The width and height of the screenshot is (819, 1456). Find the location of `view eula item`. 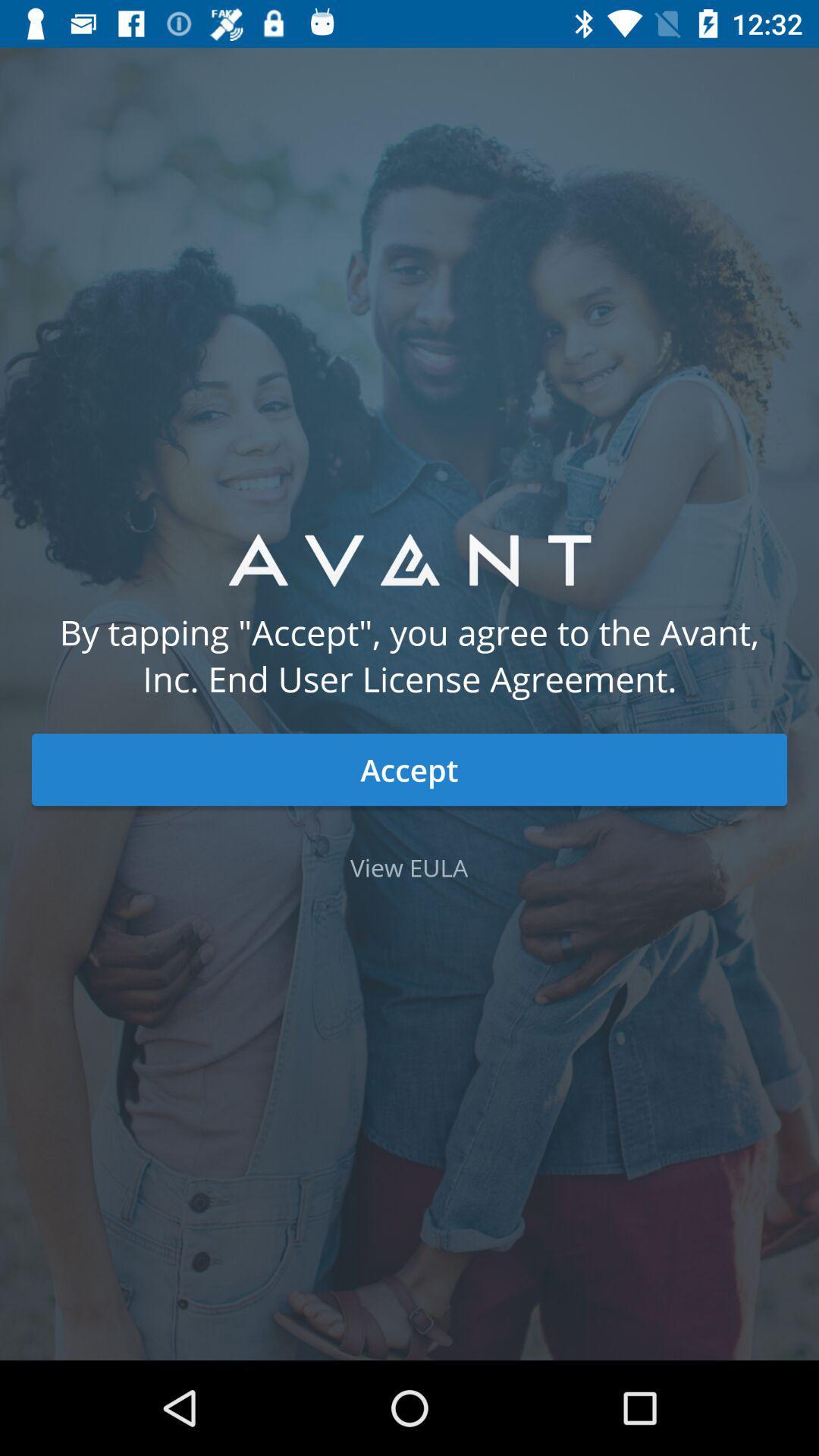

view eula item is located at coordinates (408, 868).